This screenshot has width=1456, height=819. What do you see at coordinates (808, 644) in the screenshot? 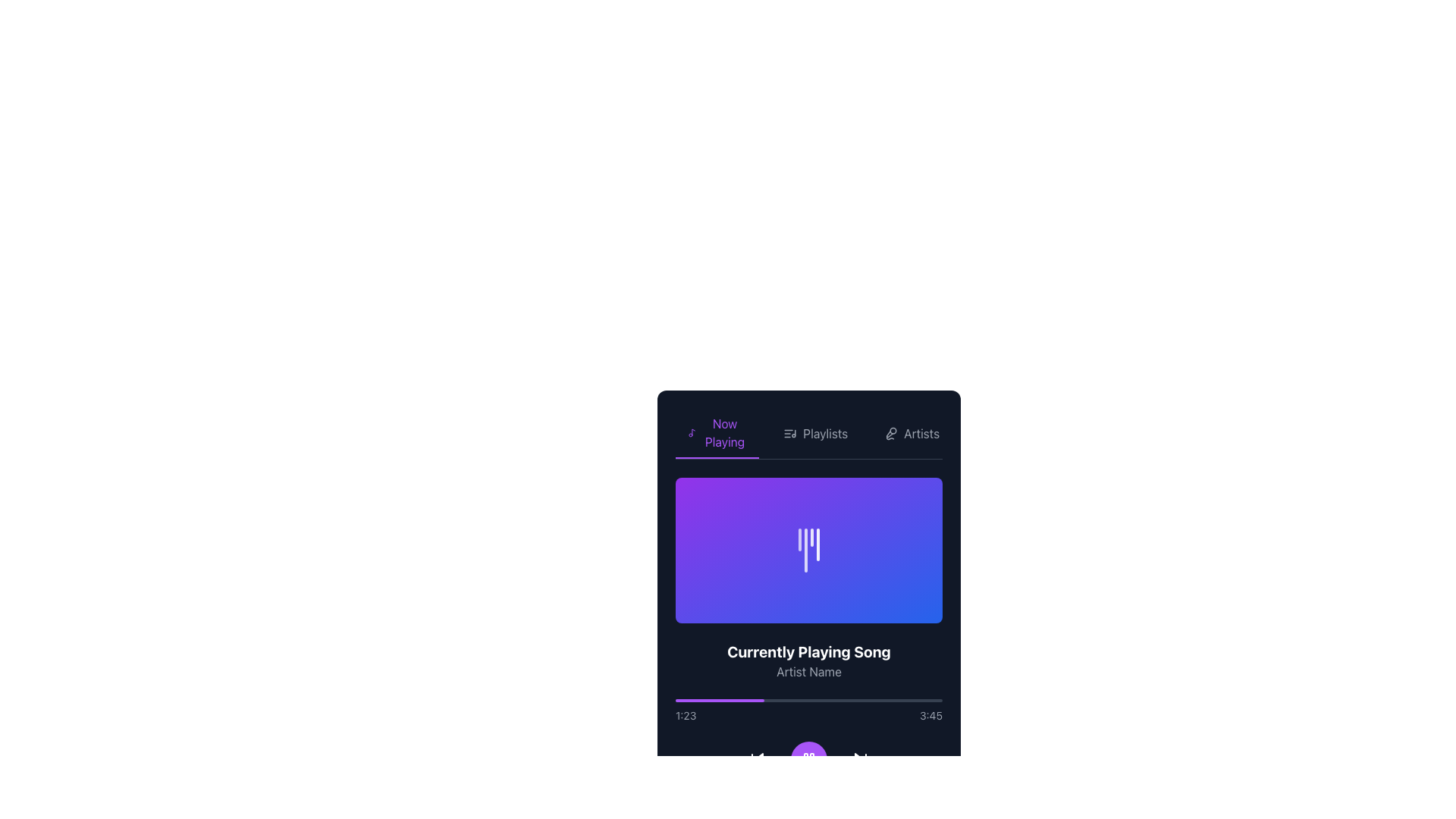
I see `the text of the Label displaying the currently playing song's title and artist, located in the 'Now Playing' section of the interface` at bounding box center [808, 644].